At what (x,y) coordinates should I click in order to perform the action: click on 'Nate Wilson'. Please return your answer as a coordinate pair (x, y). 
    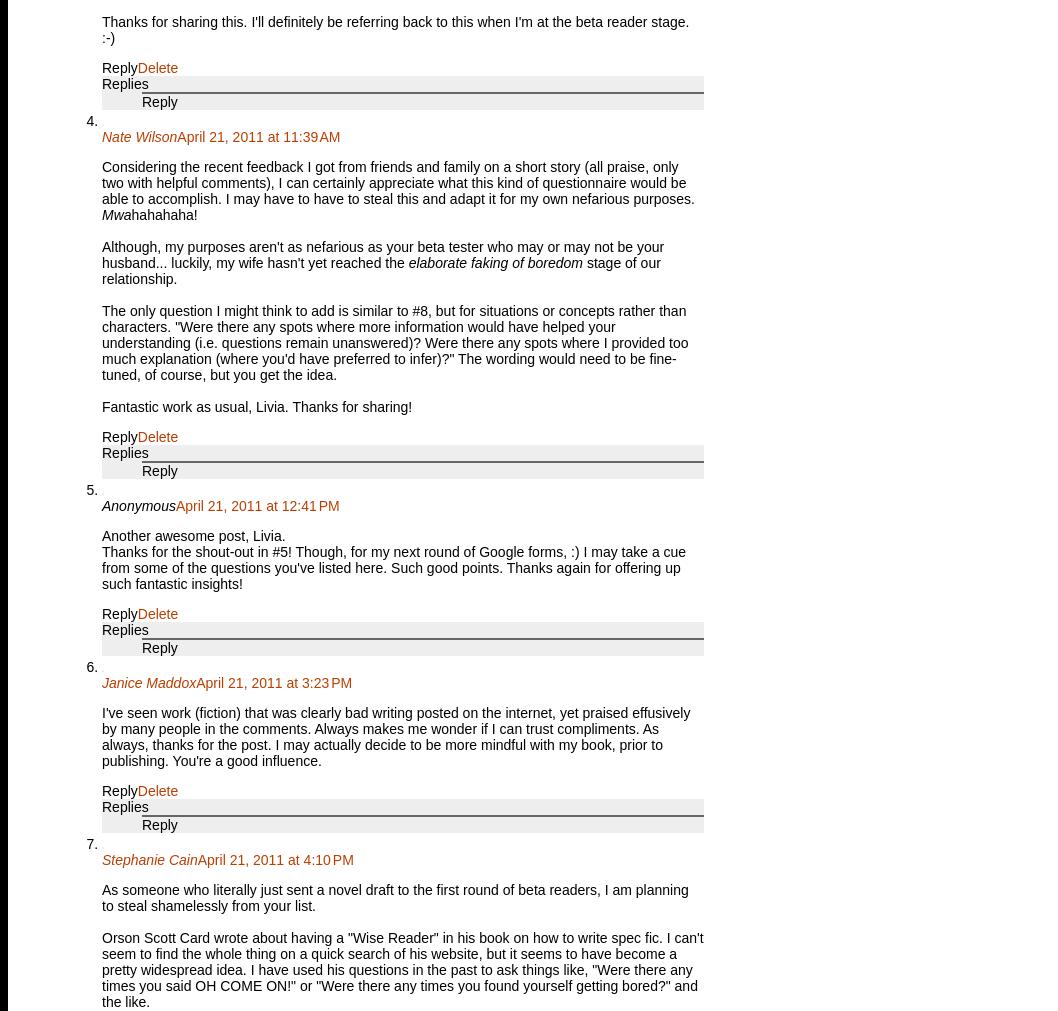
    Looking at the image, I should click on (138, 135).